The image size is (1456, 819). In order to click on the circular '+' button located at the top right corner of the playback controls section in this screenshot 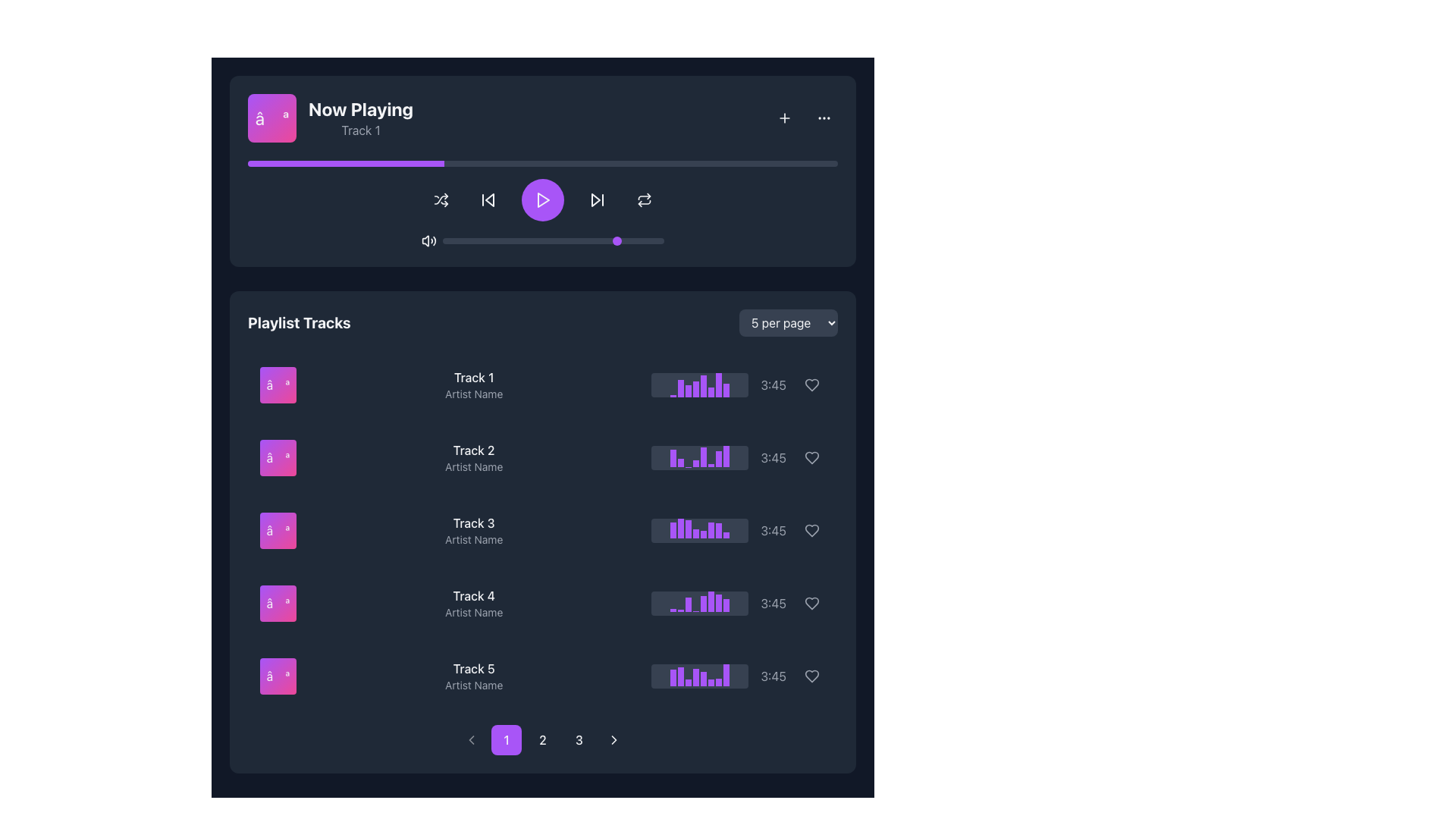, I will do `click(785, 117)`.